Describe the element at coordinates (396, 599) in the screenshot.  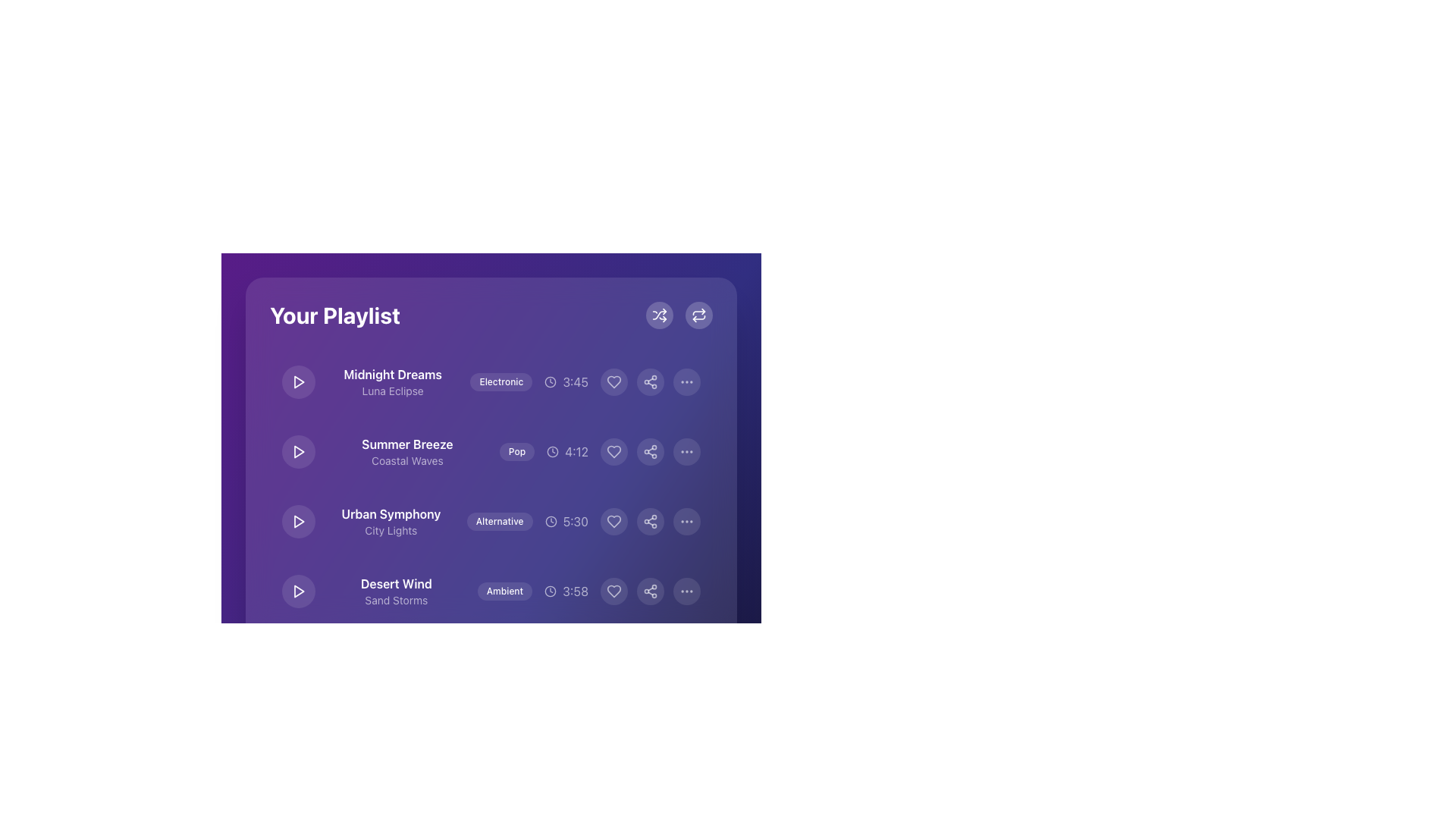
I see `the descriptive label indicating the mood or theme associated with the playlist item titled 'Desert Wind', which is positioned directly below the text 'Desert Wind'` at that location.